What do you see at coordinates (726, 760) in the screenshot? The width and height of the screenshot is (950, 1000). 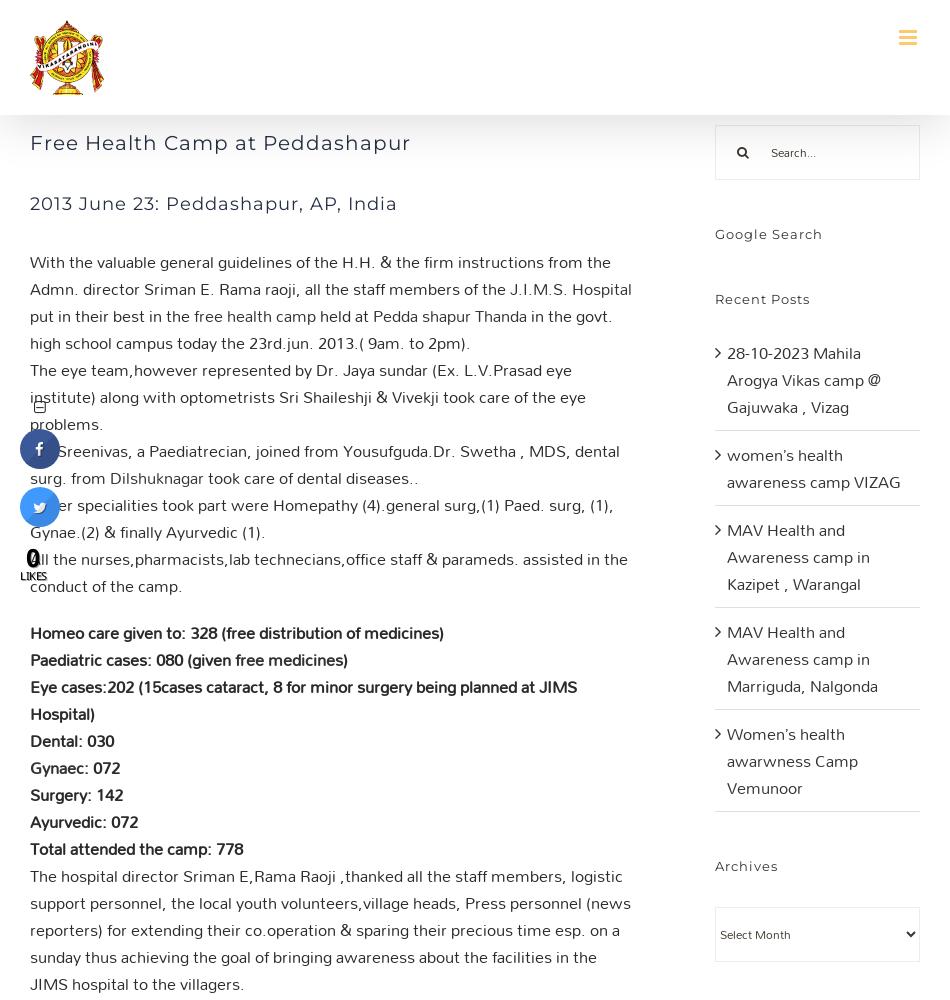 I see `'Women’s health awarwness Camp Vemunoor'` at bounding box center [726, 760].